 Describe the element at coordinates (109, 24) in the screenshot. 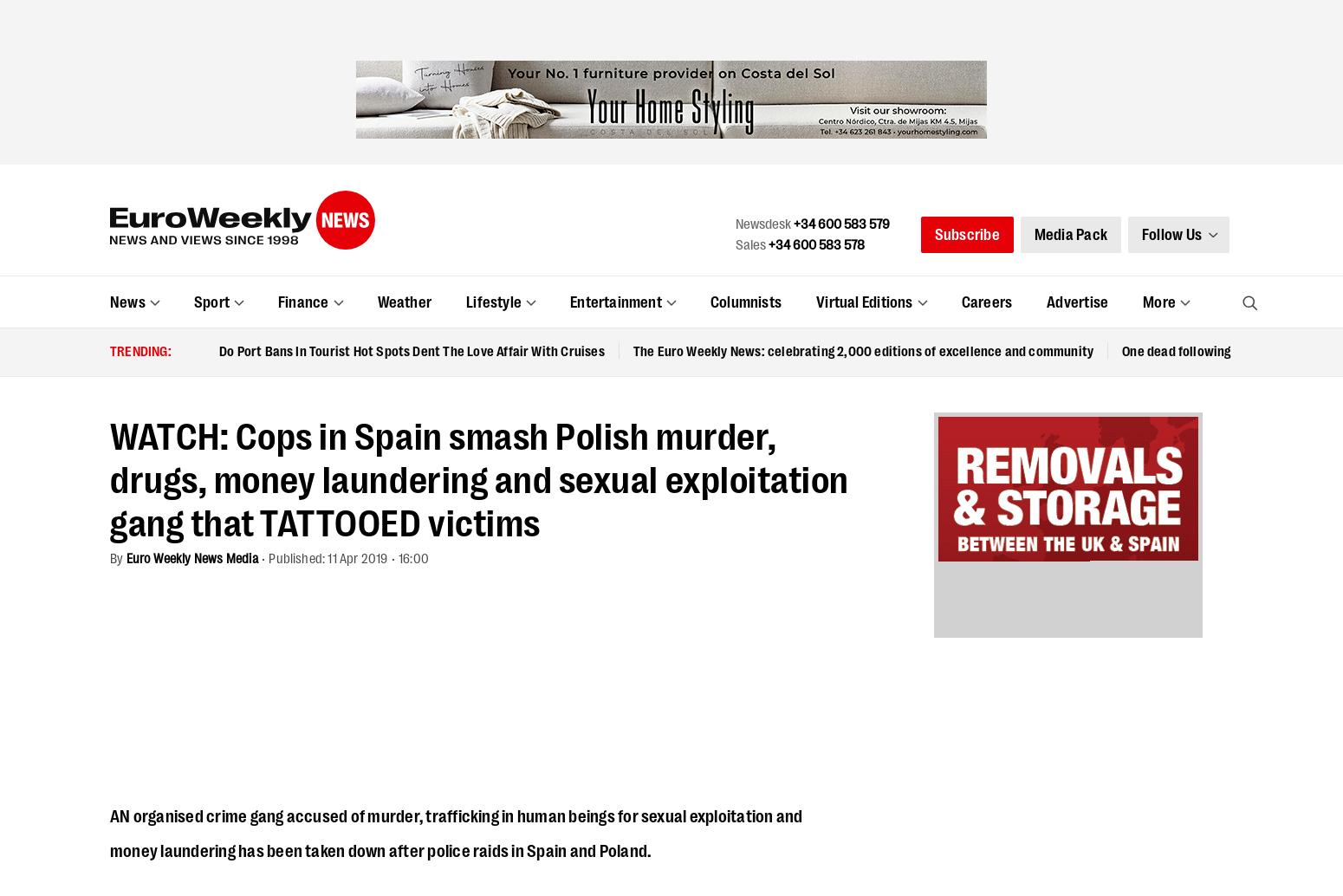

I see `'UPDATE: Imserso announces new deadline for pensioners wishing to book trips in Spain'` at that location.